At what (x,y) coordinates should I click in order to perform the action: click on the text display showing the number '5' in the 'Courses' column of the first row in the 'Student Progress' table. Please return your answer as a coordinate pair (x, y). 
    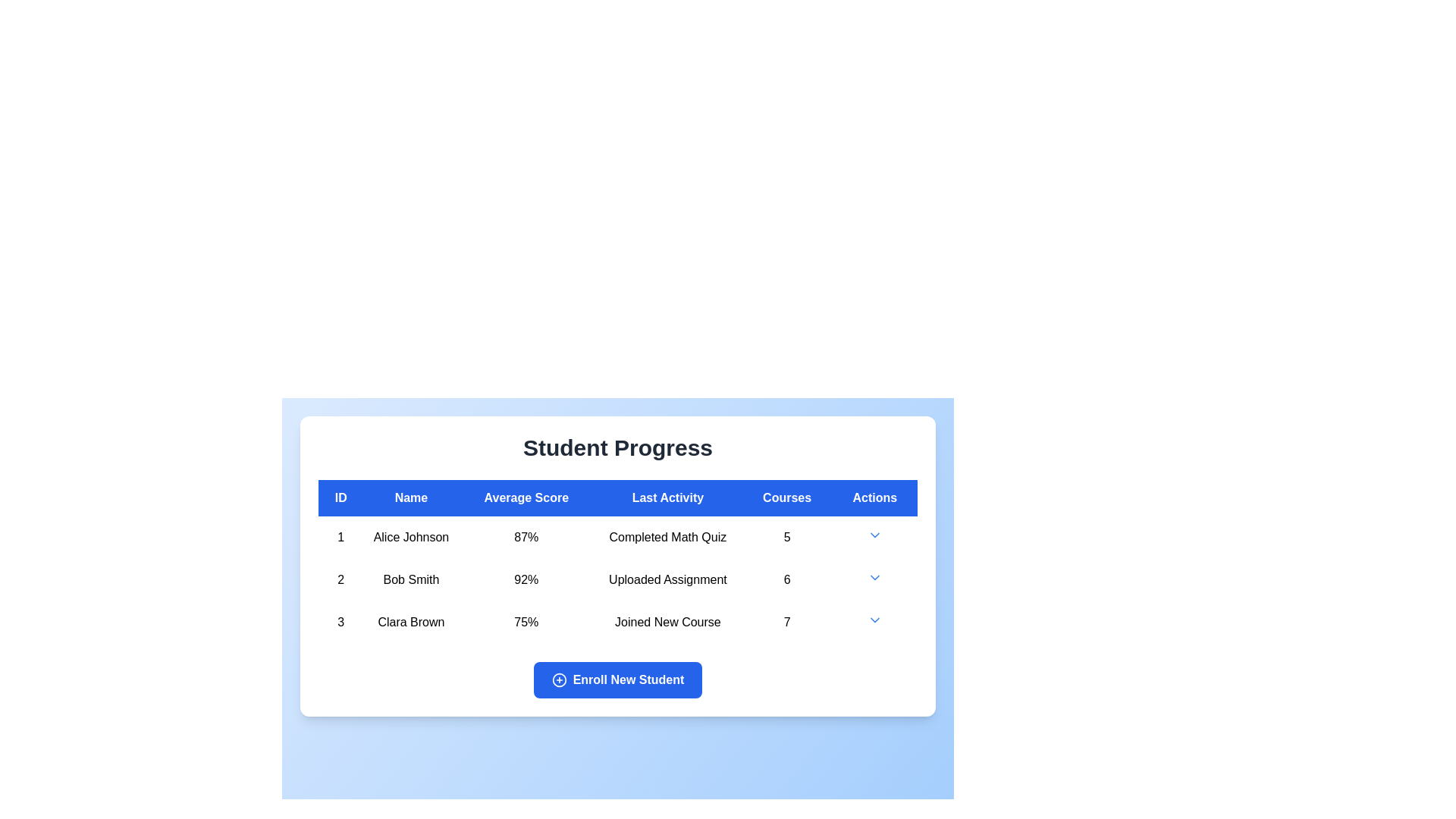
    Looking at the image, I should click on (787, 537).